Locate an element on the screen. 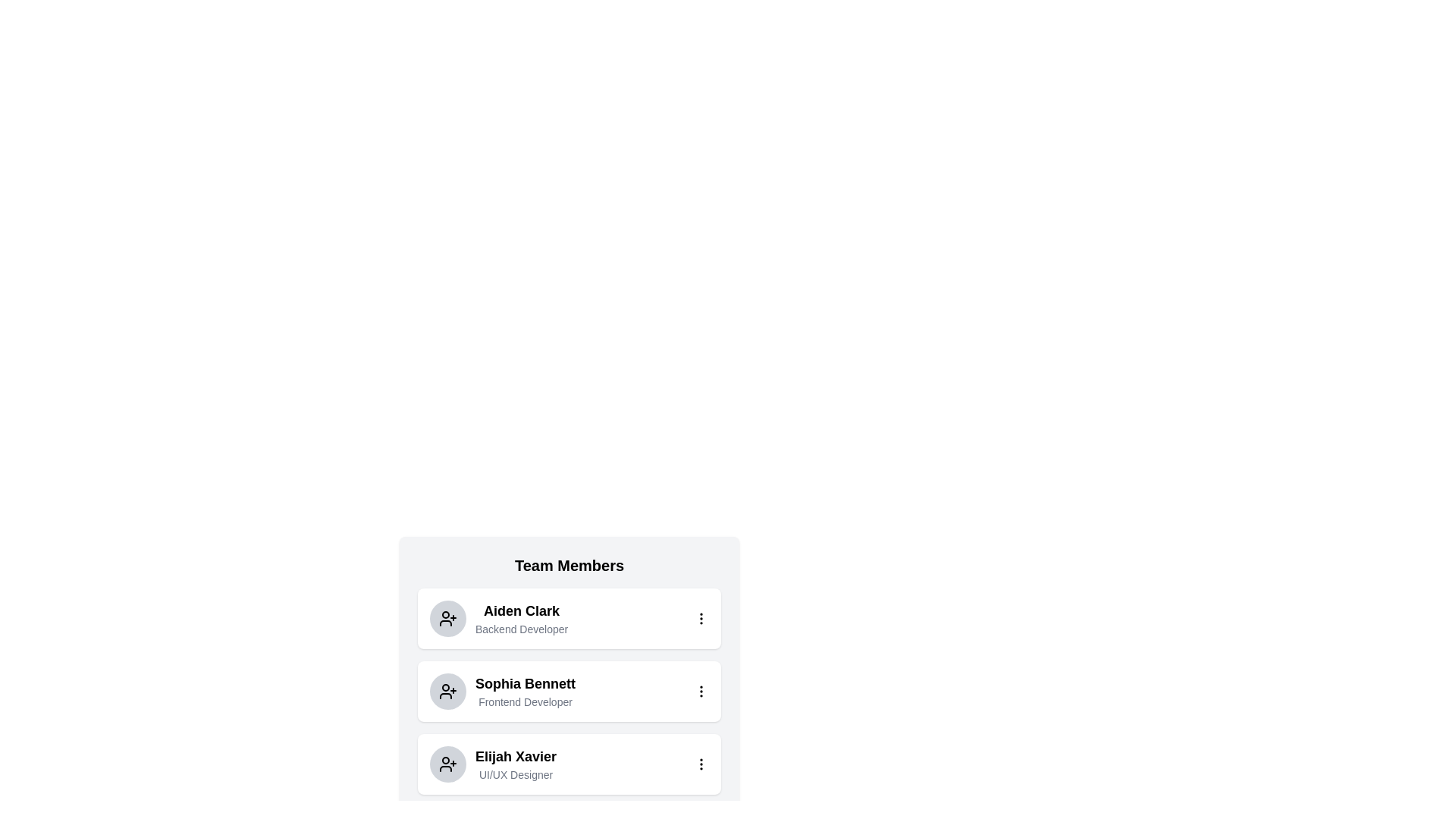 Image resolution: width=1456 pixels, height=819 pixels. the text display that shows 'Elijah Xavier' followed by 'UI/UX Designer', which is located at the bottom of the third user card in a vertically stacked list is located at coordinates (516, 764).